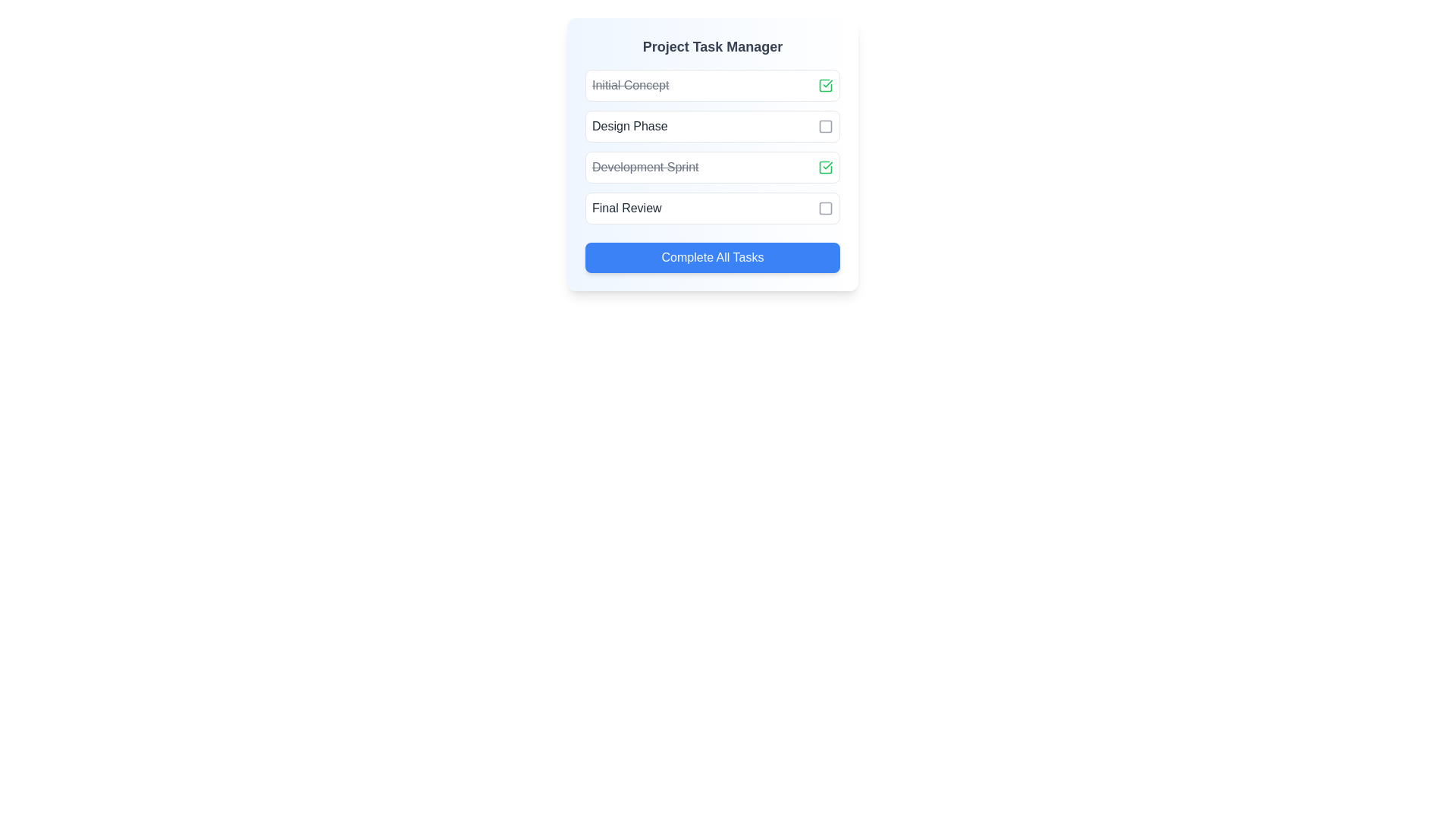 This screenshot has height=819, width=1456. What do you see at coordinates (626, 208) in the screenshot?
I see `the text label that serves as a descriptor for the third item in the checklist, located between the checkbox and adjacent text` at bounding box center [626, 208].